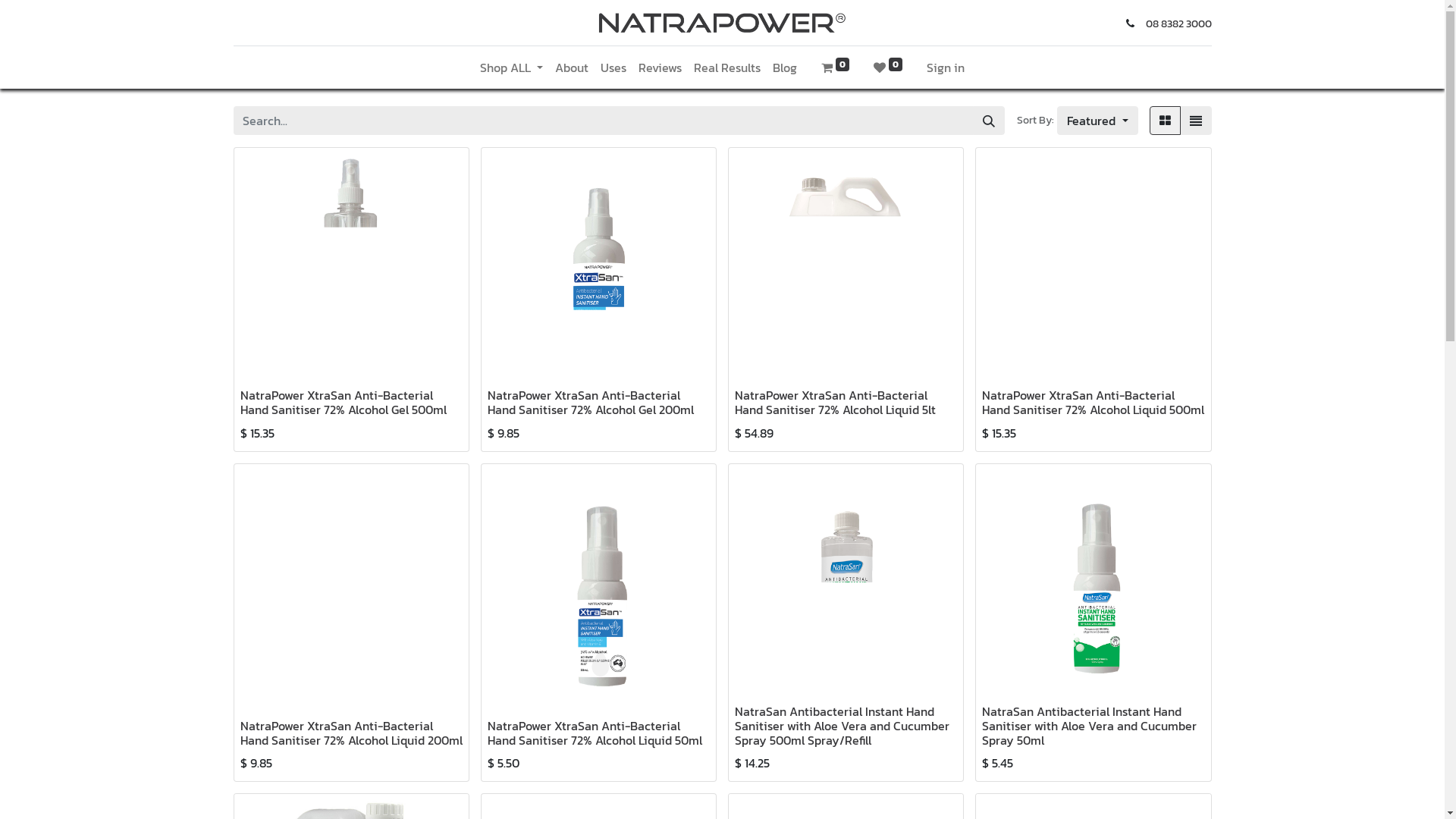  What do you see at coordinates (511, 66) in the screenshot?
I see `'Shop ALL'` at bounding box center [511, 66].